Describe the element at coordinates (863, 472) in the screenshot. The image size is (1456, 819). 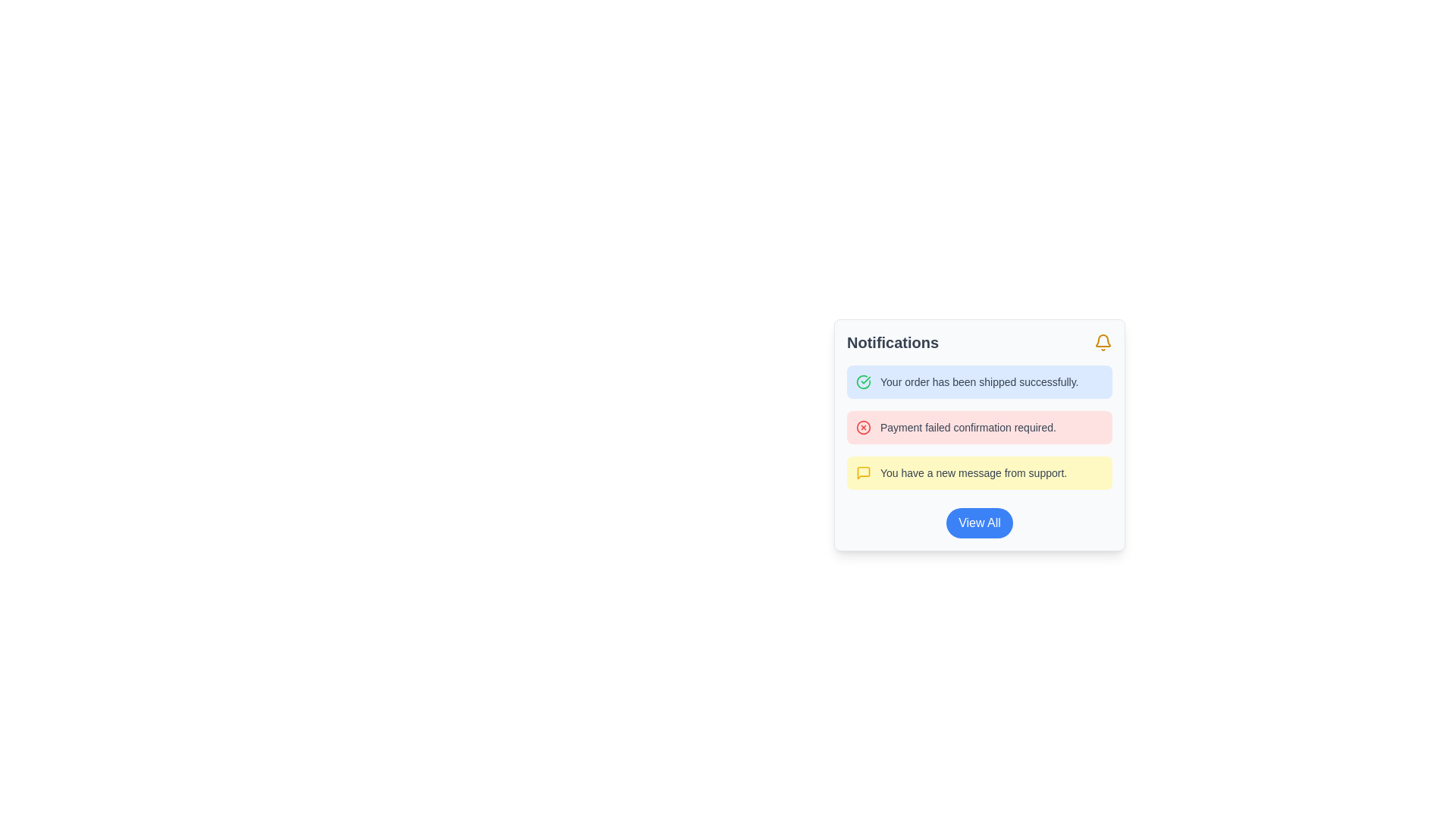
I see `the yellow speech bubble icon that indicates a new message from support, which is located in the notification list` at that location.